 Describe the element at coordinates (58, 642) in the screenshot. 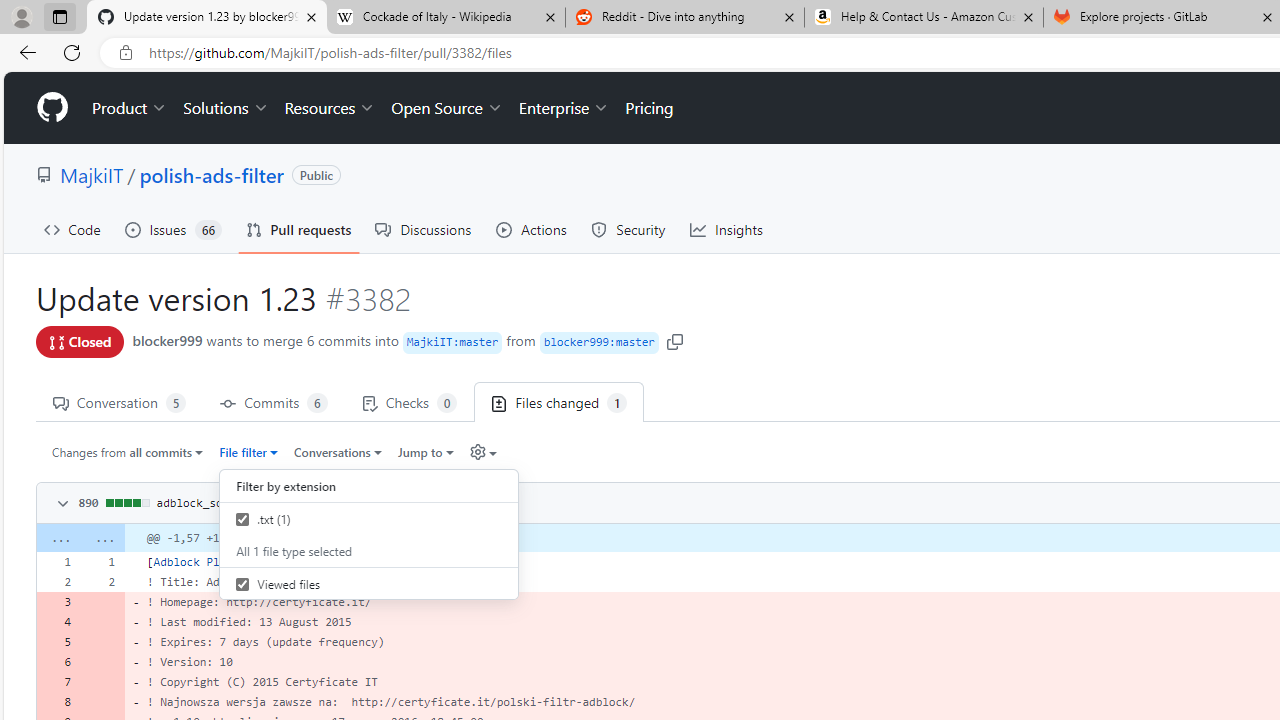

I see `'5'` at that location.